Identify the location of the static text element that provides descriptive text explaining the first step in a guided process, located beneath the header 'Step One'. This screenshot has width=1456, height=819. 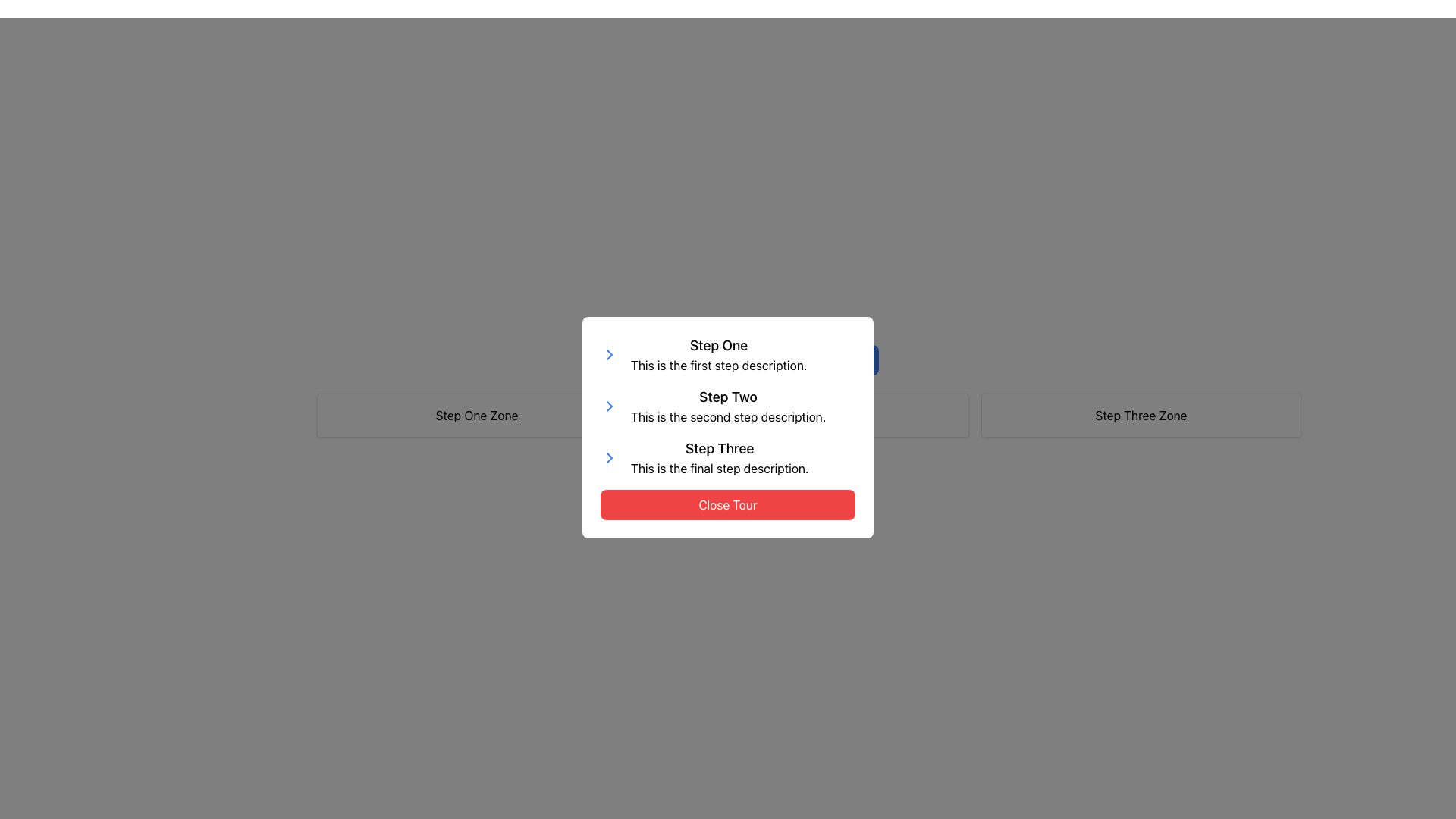
(718, 366).